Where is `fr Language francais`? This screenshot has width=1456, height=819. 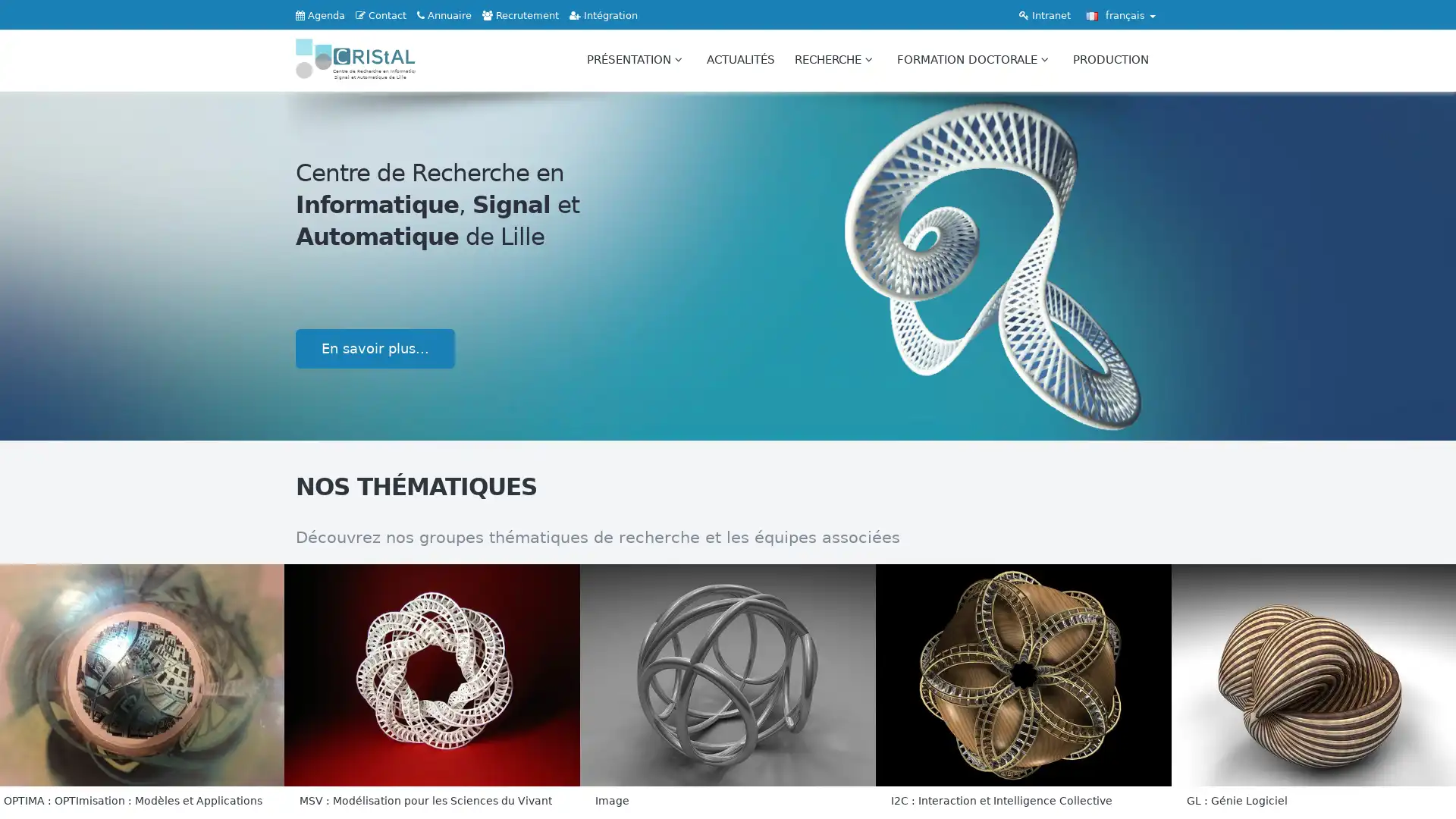 fr Language francais is located at coordinates (1121, 15).